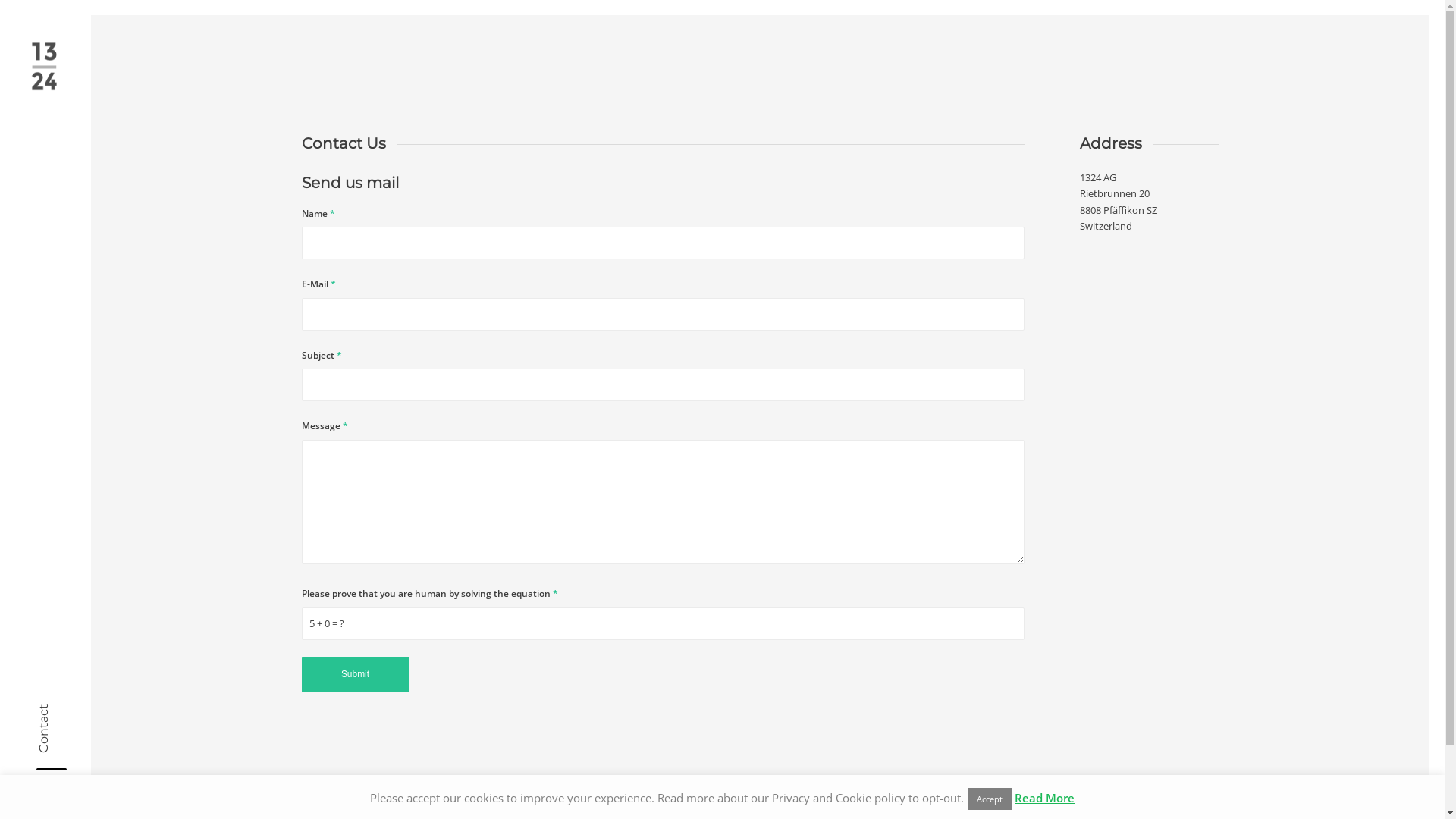 Image resolution: width=1456 pixels, height=819 pixels. What do you see at coordinates (990, 798) in the screenshot?
I see `'Accept'` at bounding box center [990, 798].